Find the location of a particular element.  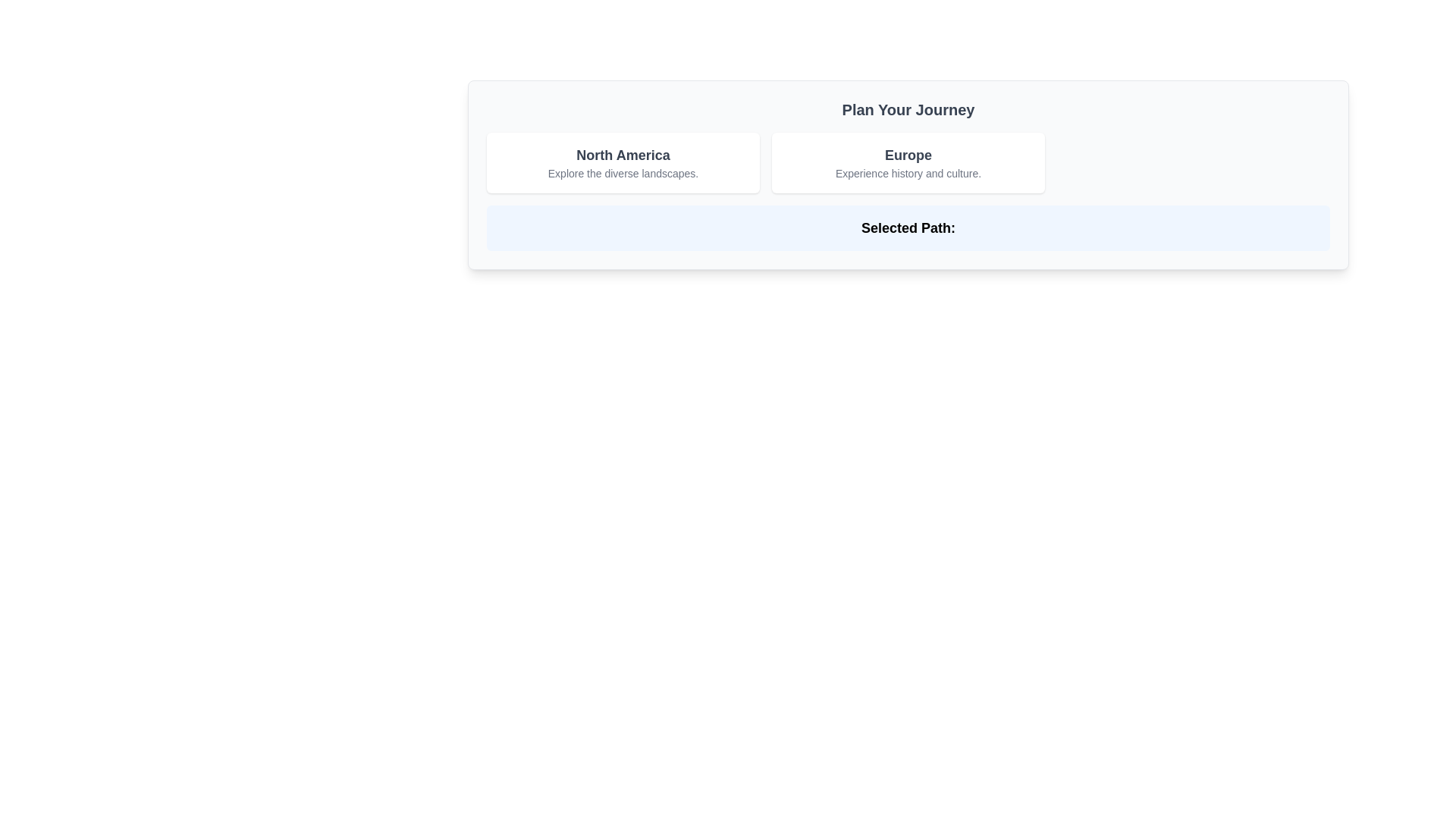

the second card component in the grid layout is located at coordinates (908, 163).